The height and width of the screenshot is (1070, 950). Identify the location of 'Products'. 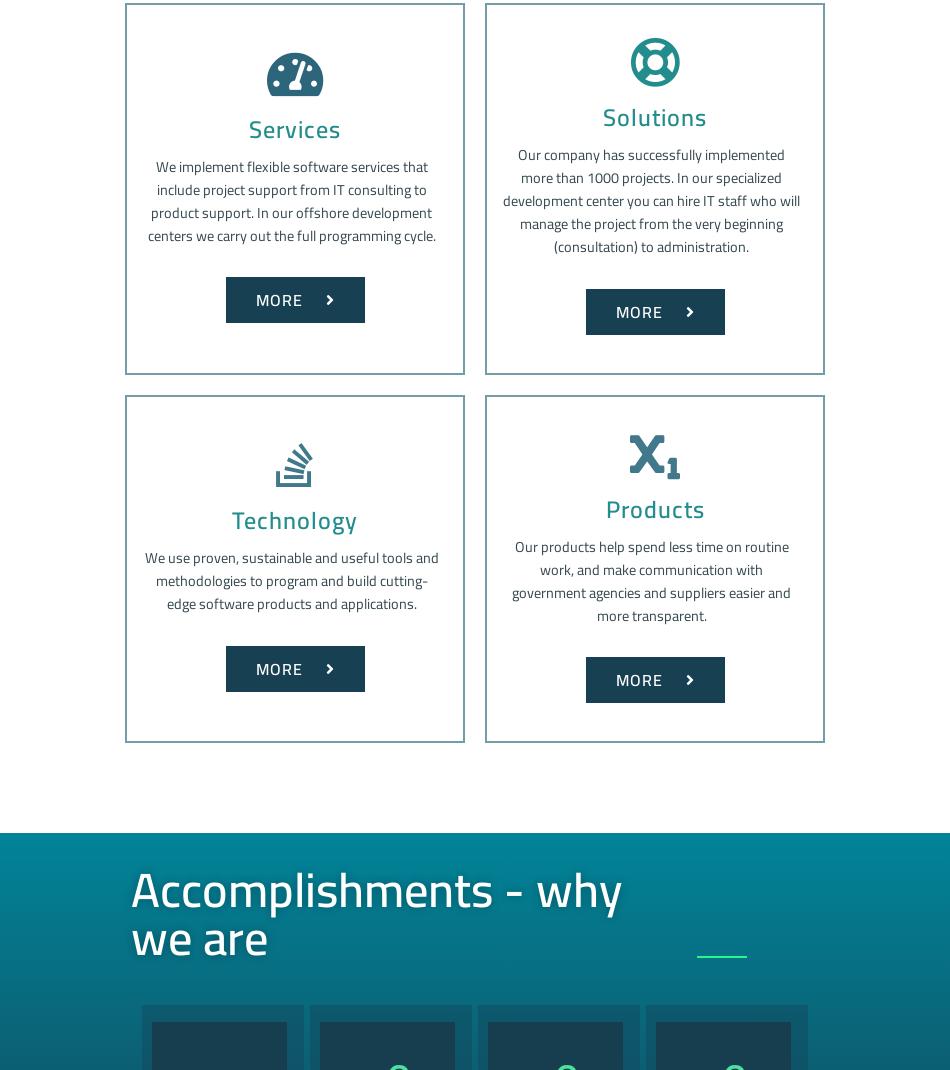
(654, 508).